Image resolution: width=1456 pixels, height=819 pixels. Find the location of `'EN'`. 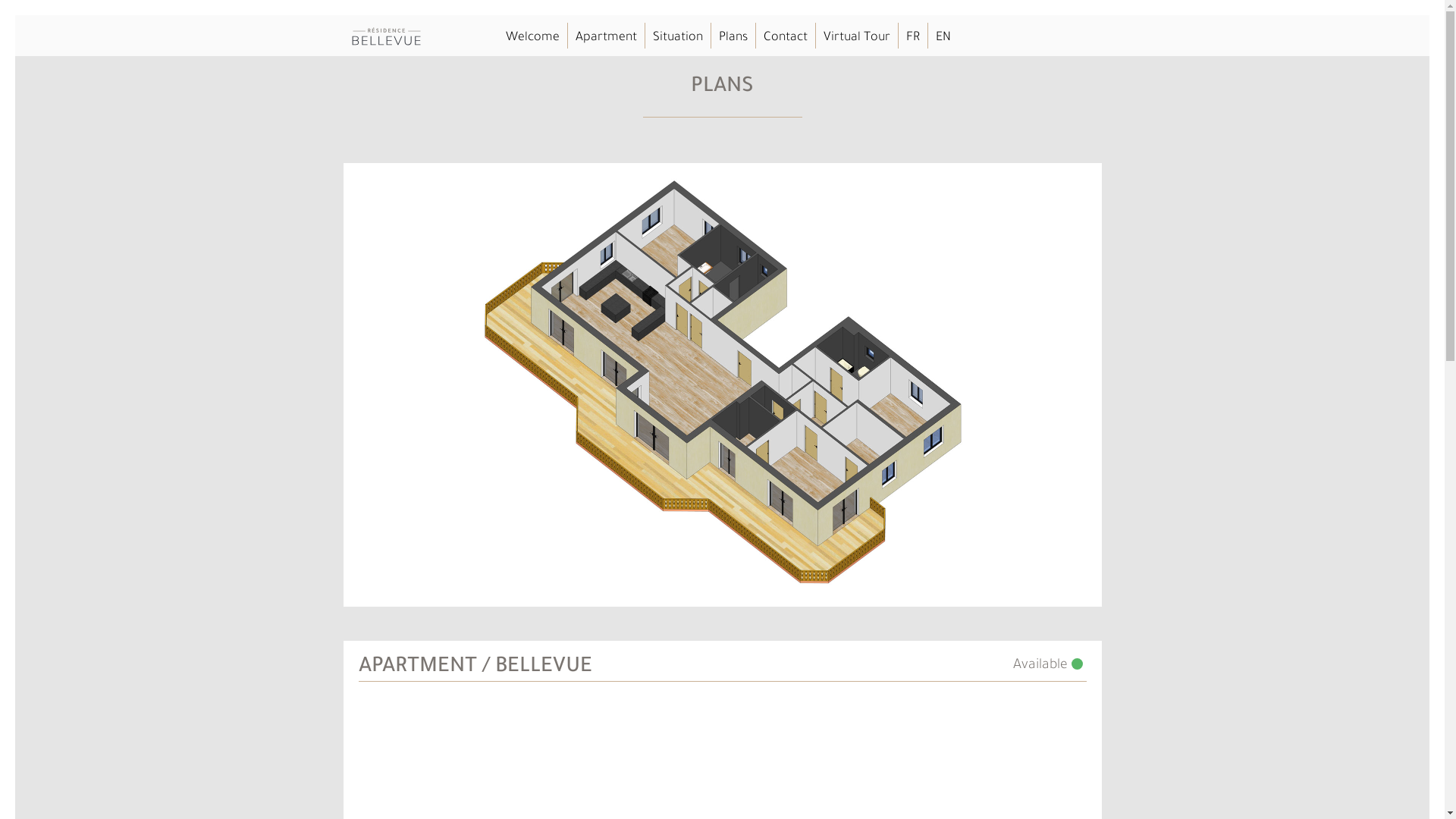

'EN' is located at coordinates (934, 37).